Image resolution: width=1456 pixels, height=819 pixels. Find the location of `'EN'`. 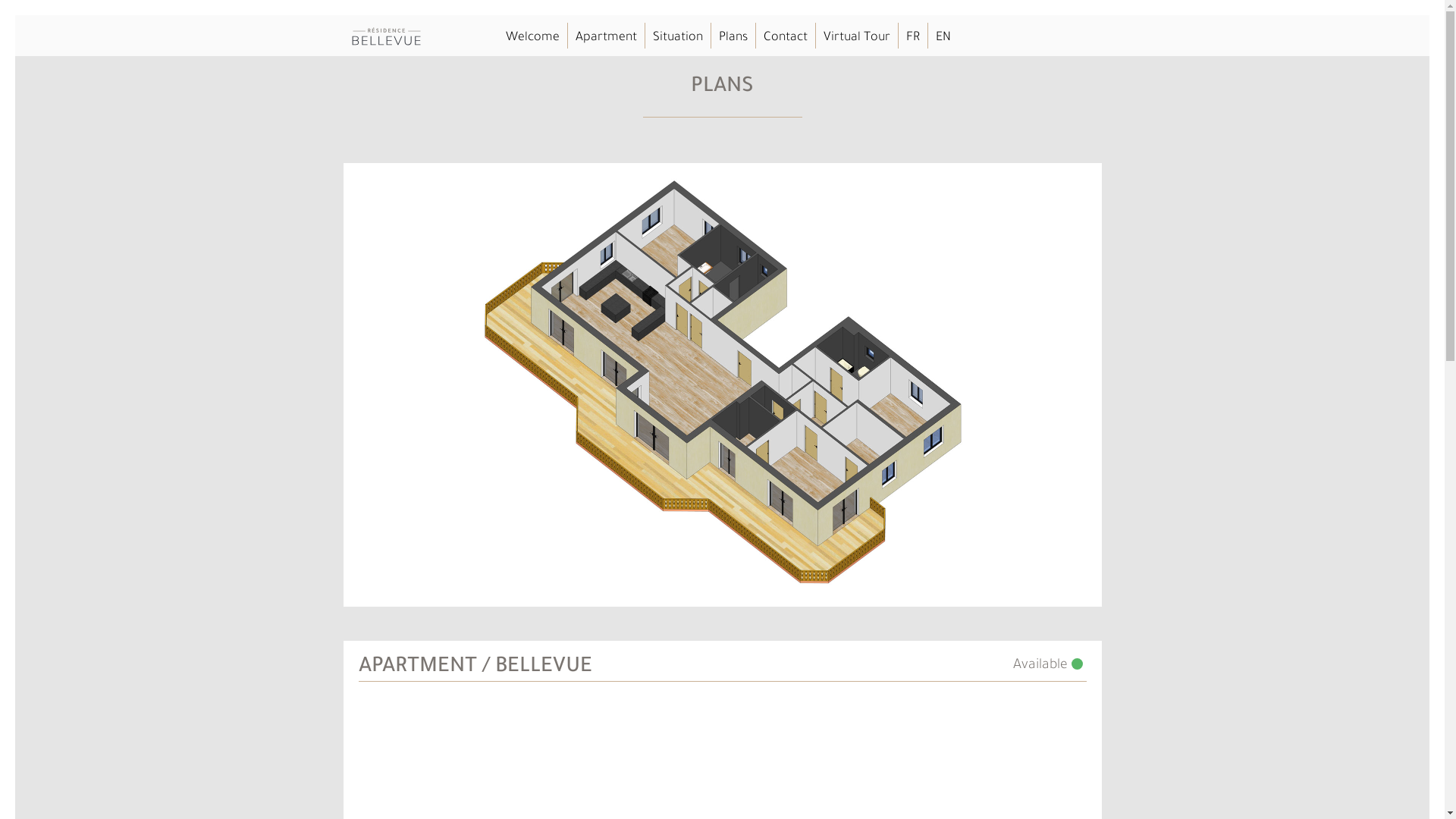

'EN' is located at coordinates (934, 37).